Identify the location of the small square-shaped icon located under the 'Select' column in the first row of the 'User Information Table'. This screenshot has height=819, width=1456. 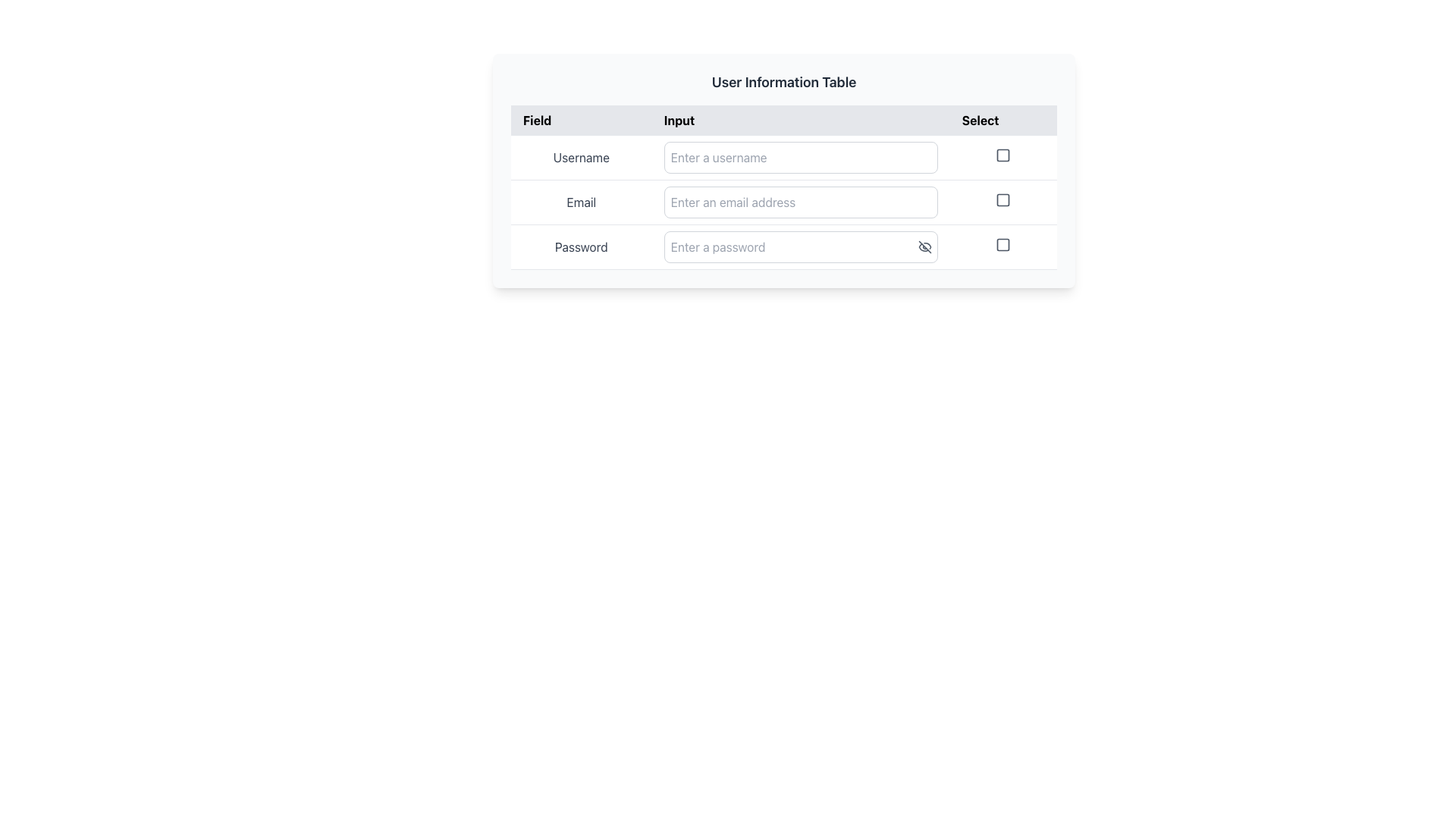
(1003, 158).